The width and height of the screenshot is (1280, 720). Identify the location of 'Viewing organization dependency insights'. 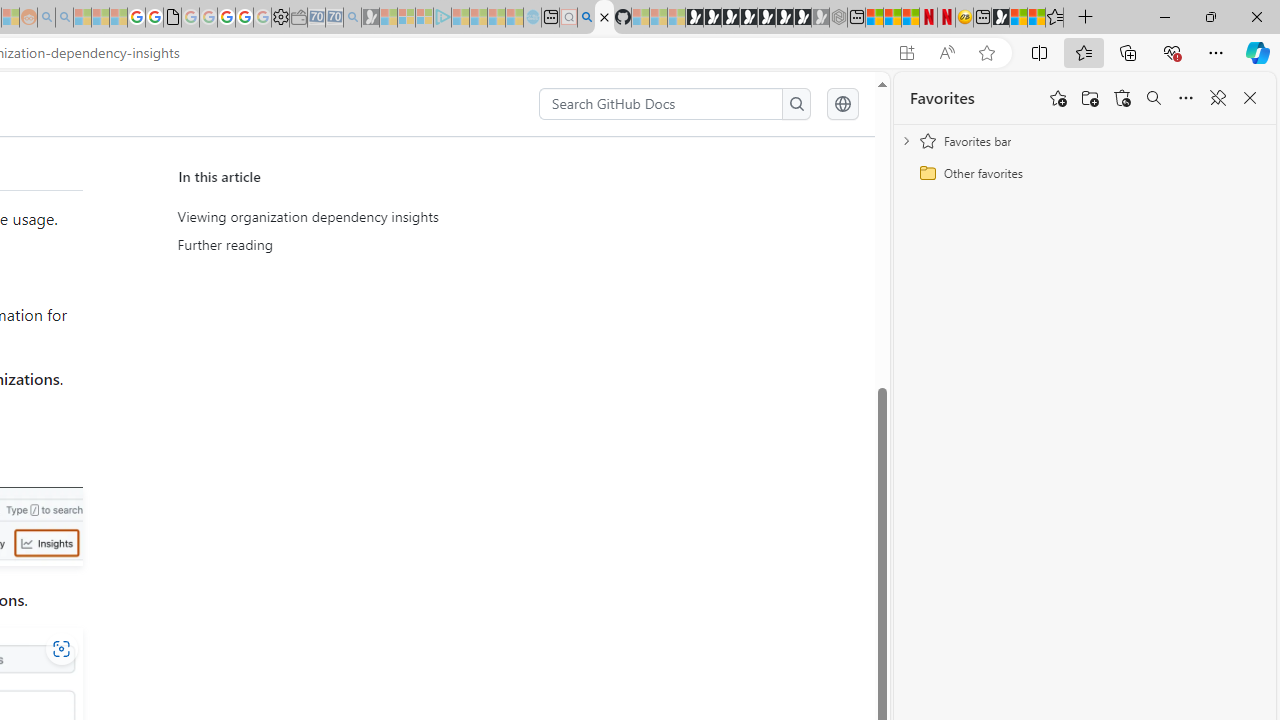
(366, 217).